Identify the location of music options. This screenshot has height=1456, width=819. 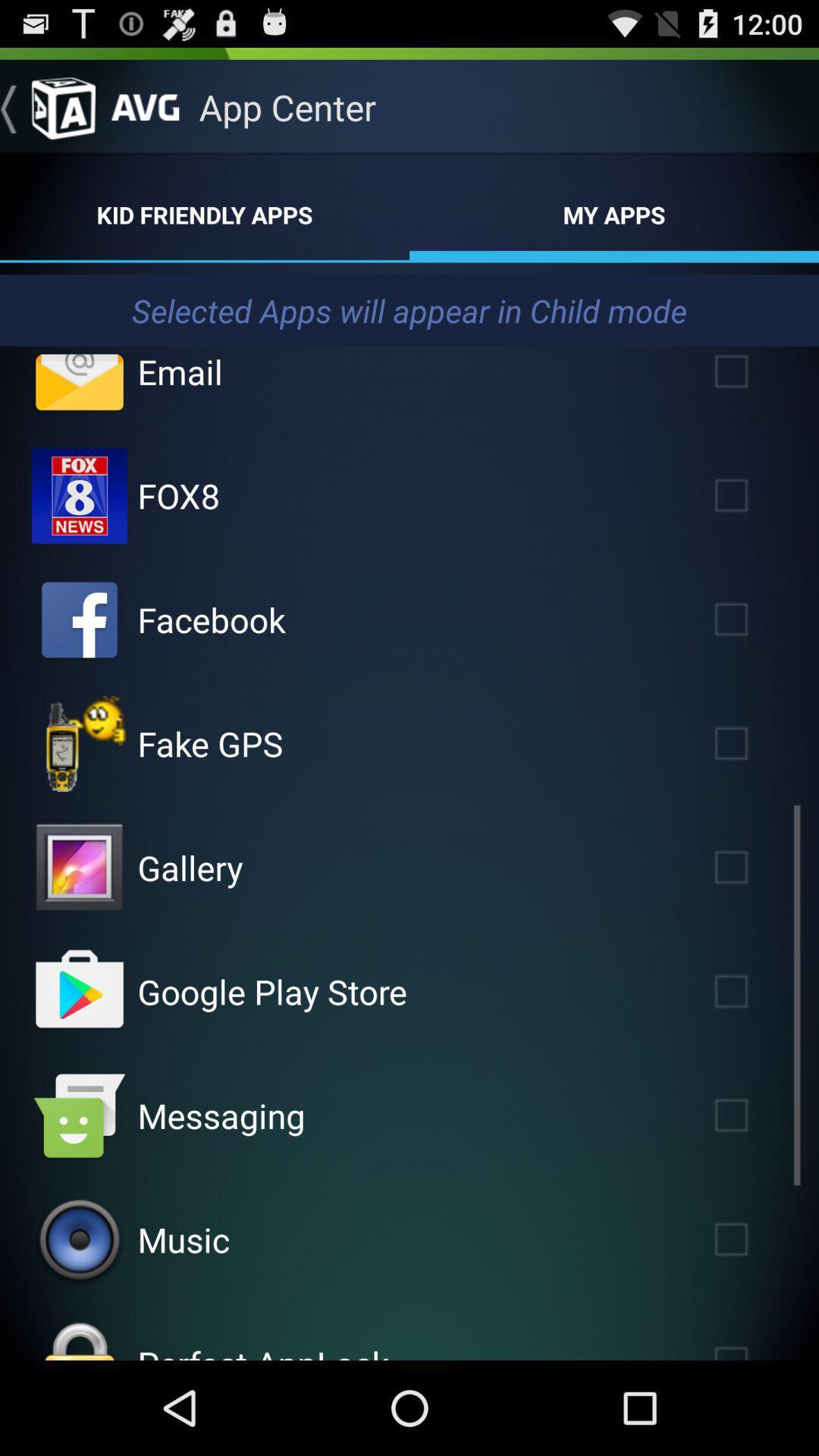
(79, 1240).